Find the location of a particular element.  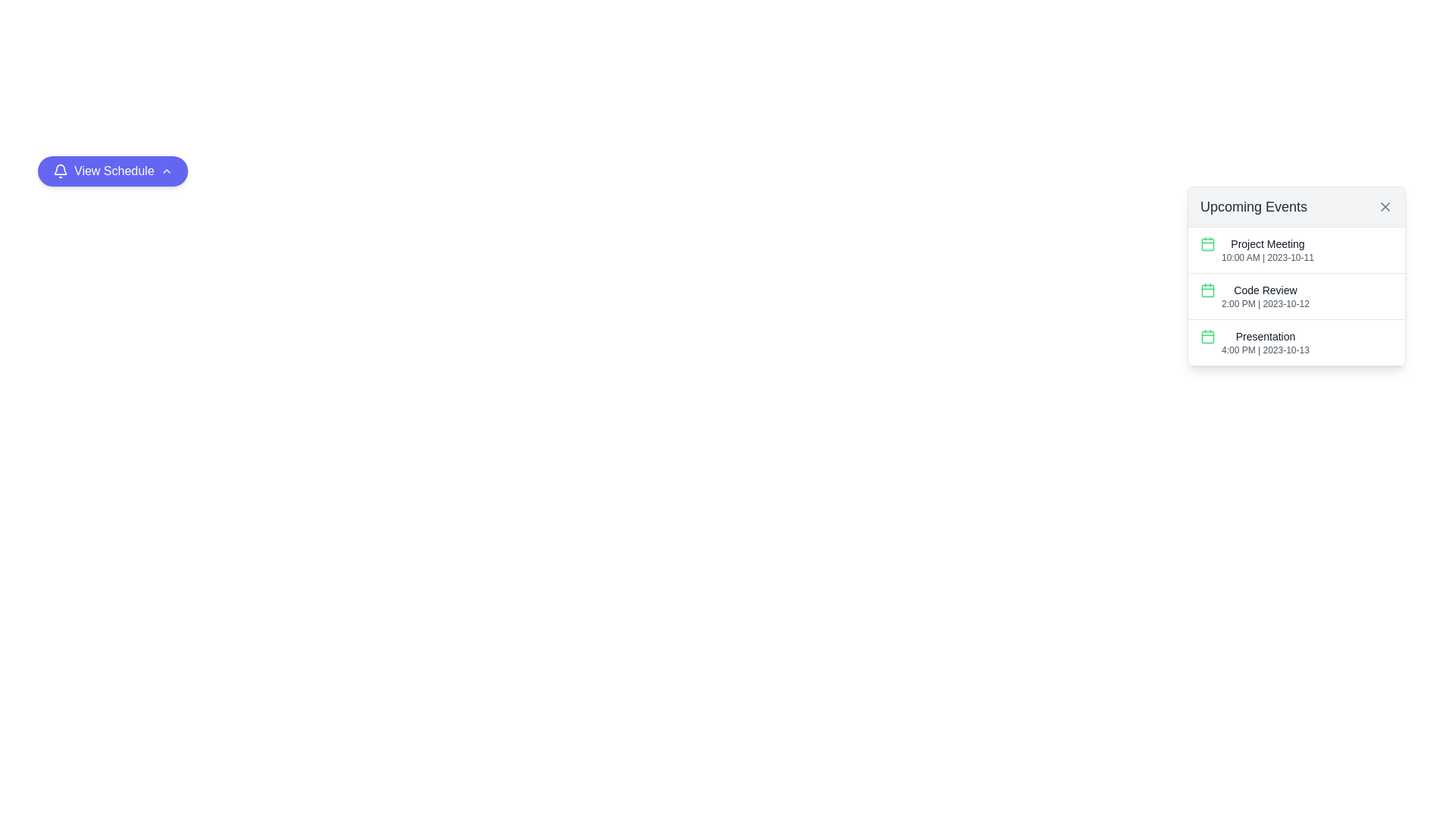

the dismiss/close button, which is represented by a diagonal cross (X) icon in the top-right corner of the 'Upcoming Events' card is located at coordinates (1385, 207).